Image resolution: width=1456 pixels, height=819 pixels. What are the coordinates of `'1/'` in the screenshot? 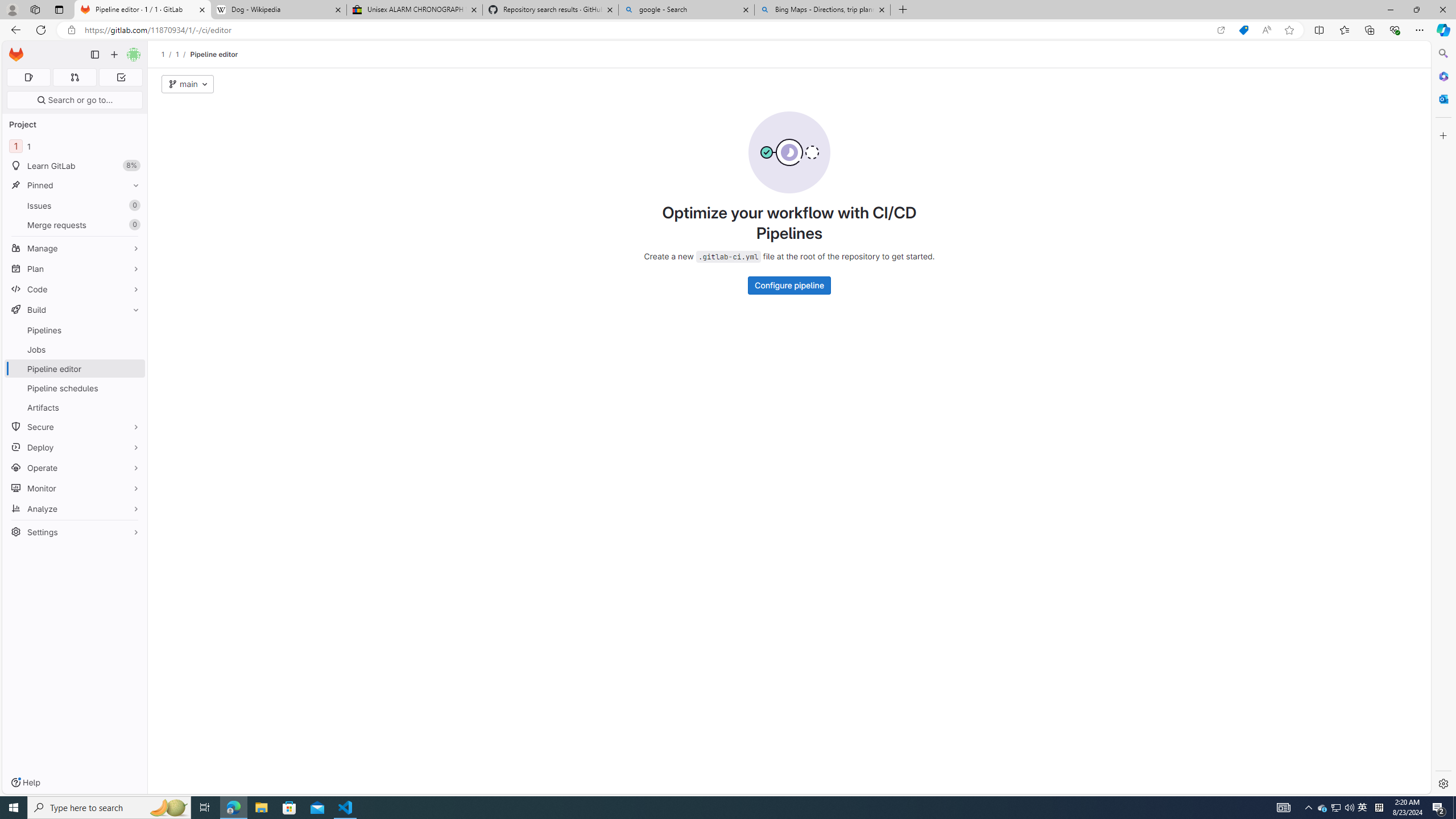 It's located at (183, 54).